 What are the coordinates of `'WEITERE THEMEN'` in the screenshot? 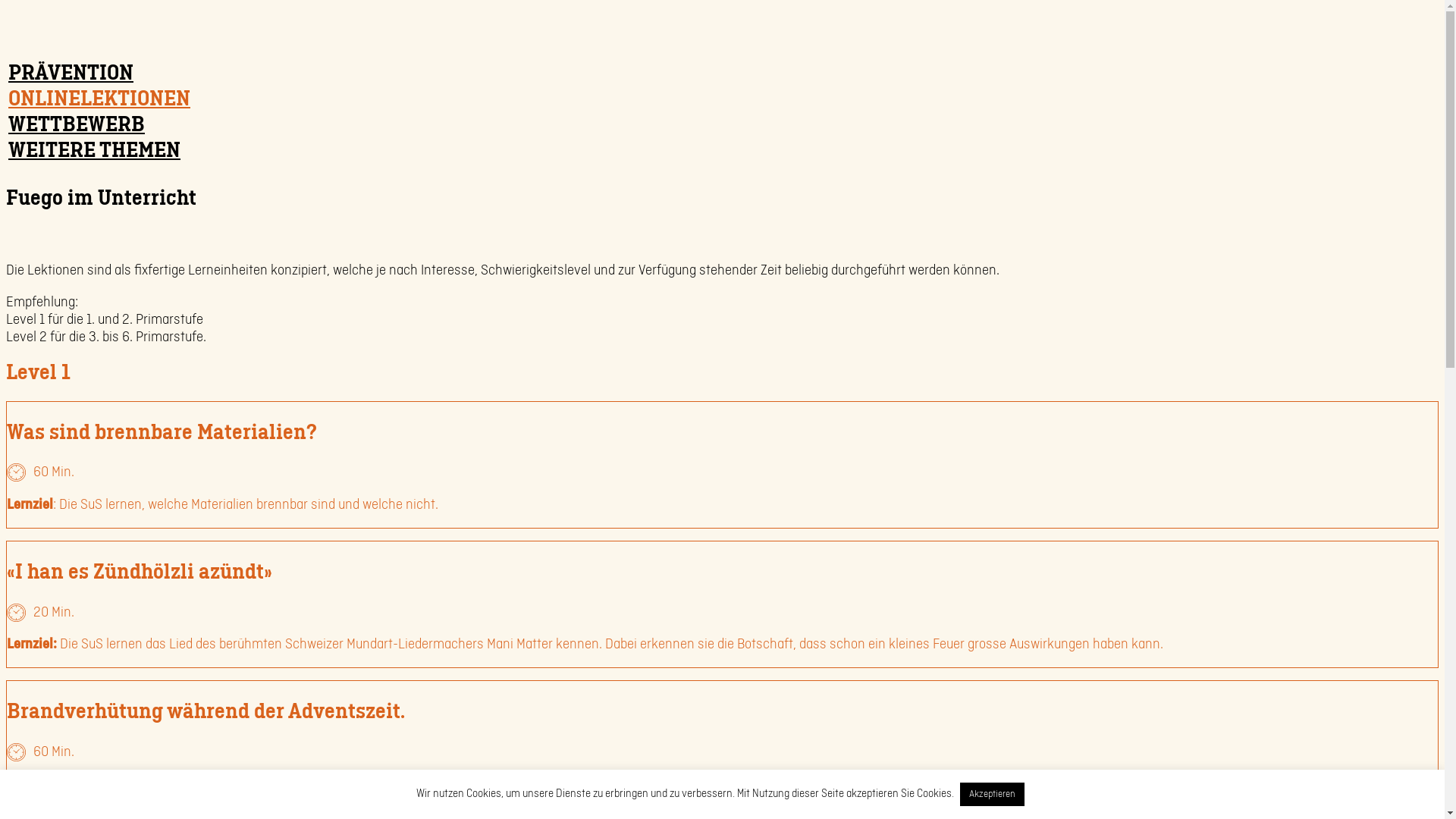 It's located at (6, 149).